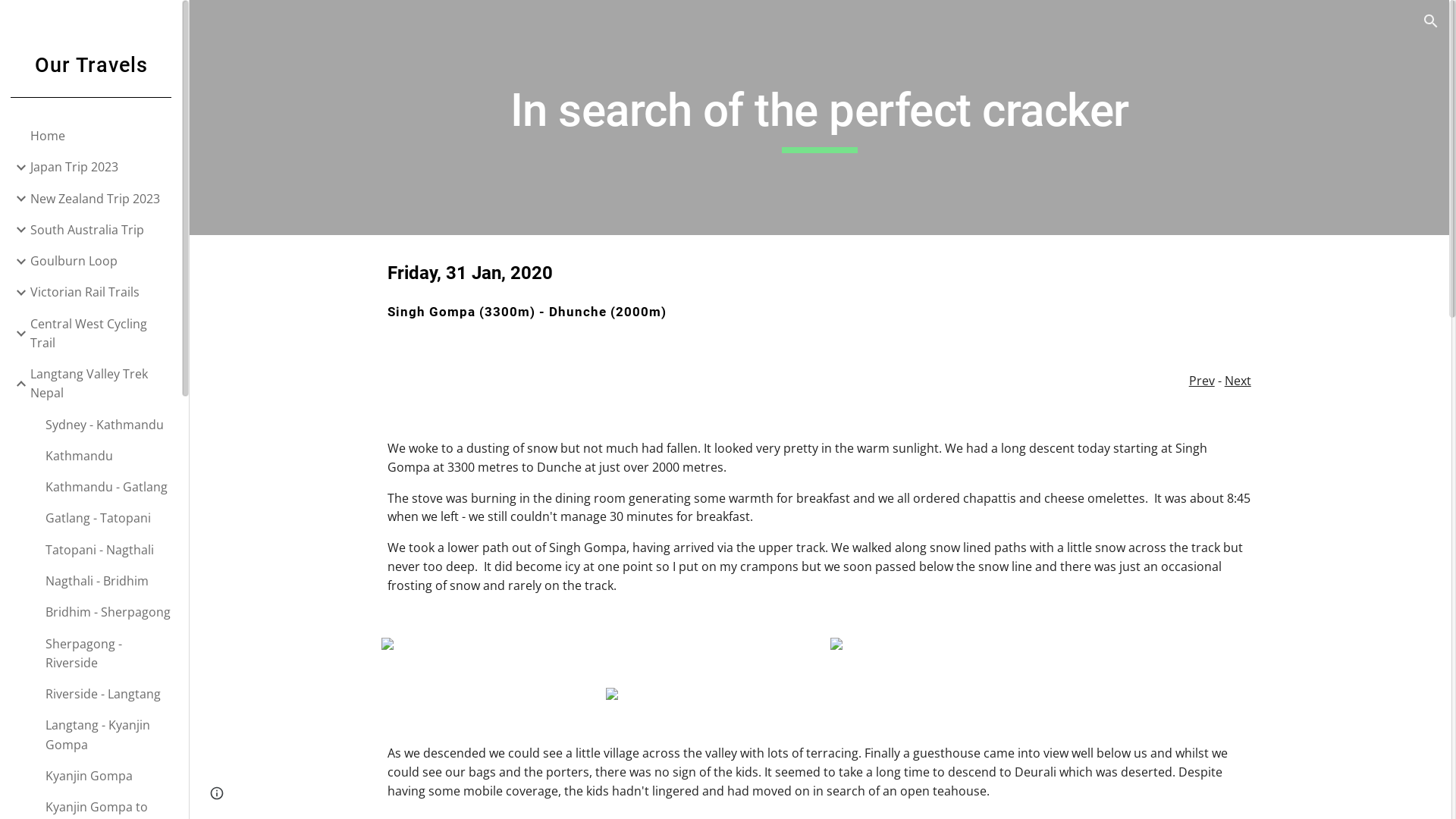 The image size is (1456, 819). I want to click on 'Expand/Collapse', so click(17, 198).